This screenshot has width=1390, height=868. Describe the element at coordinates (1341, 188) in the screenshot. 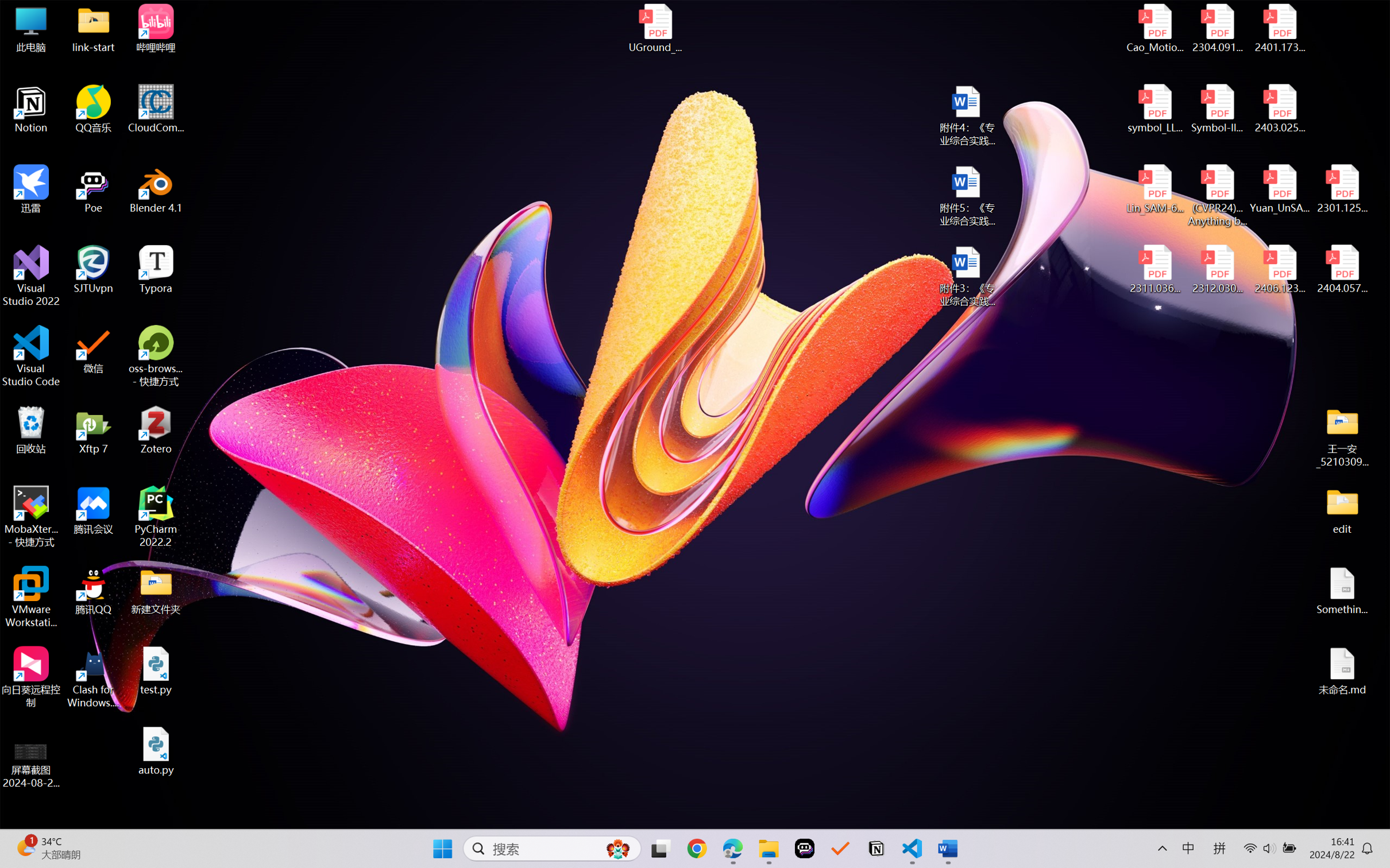

I see `'2301.12597v3.pdf'` at that location.